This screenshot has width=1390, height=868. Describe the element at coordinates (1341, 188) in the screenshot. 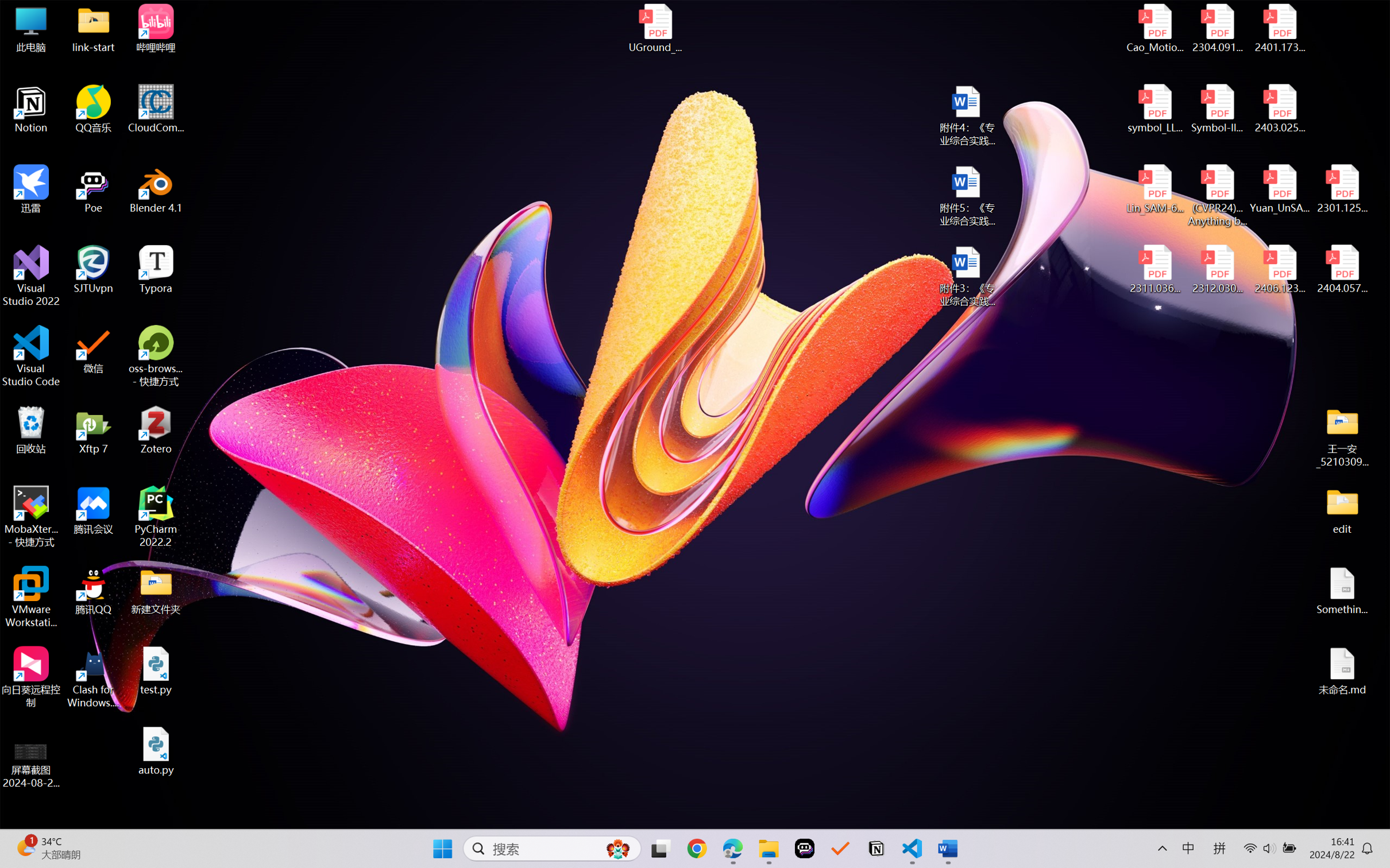

I see `'2301.12597v3.pdf'` at that location.